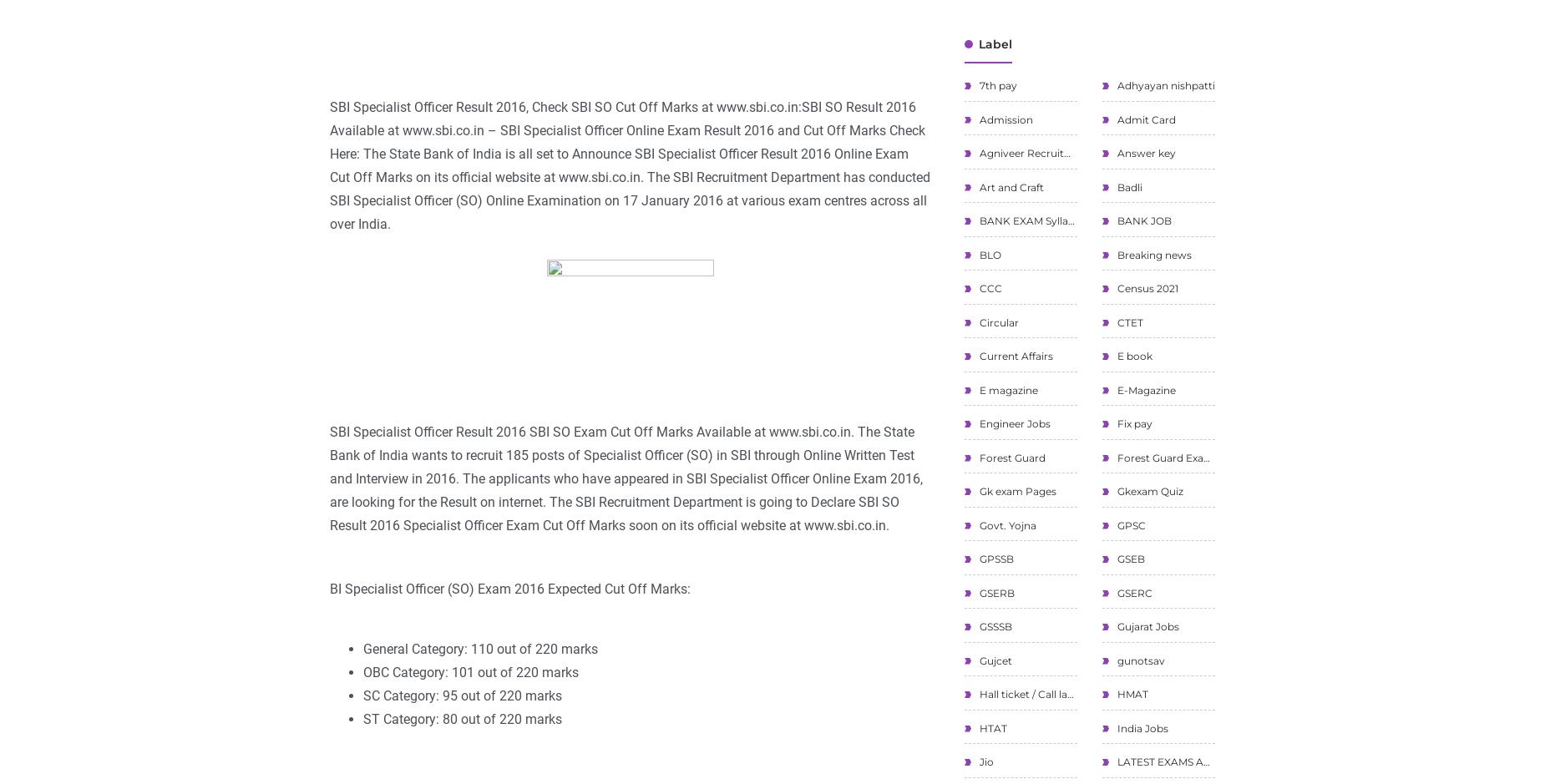  What do you see at coordinates (988, 287) in the screenshot?
I see `'CCC'` at bounding box center [988, 287].